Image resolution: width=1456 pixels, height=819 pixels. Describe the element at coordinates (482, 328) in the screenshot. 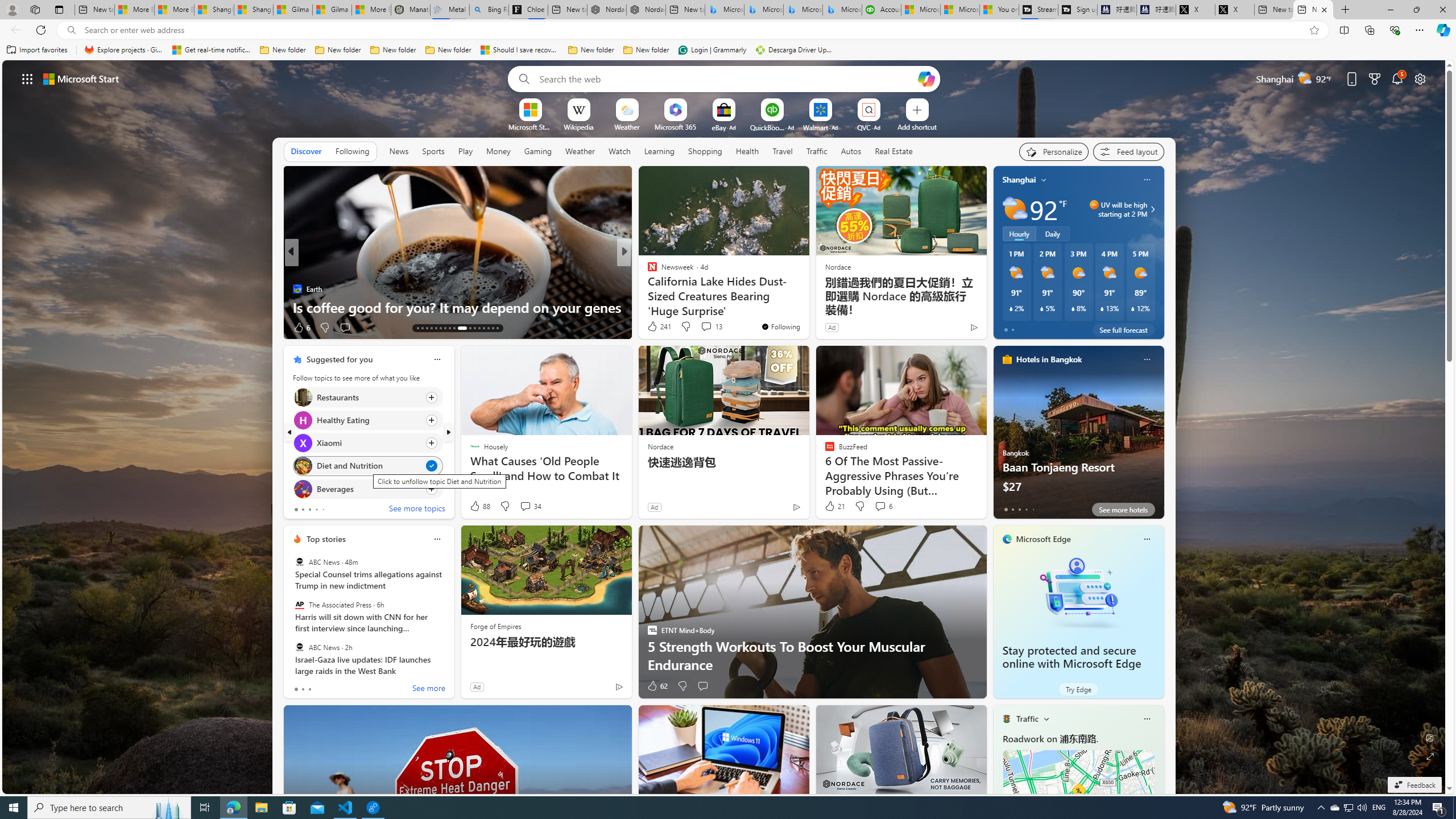

I see `'AutomationID: tab-26'` at that location.